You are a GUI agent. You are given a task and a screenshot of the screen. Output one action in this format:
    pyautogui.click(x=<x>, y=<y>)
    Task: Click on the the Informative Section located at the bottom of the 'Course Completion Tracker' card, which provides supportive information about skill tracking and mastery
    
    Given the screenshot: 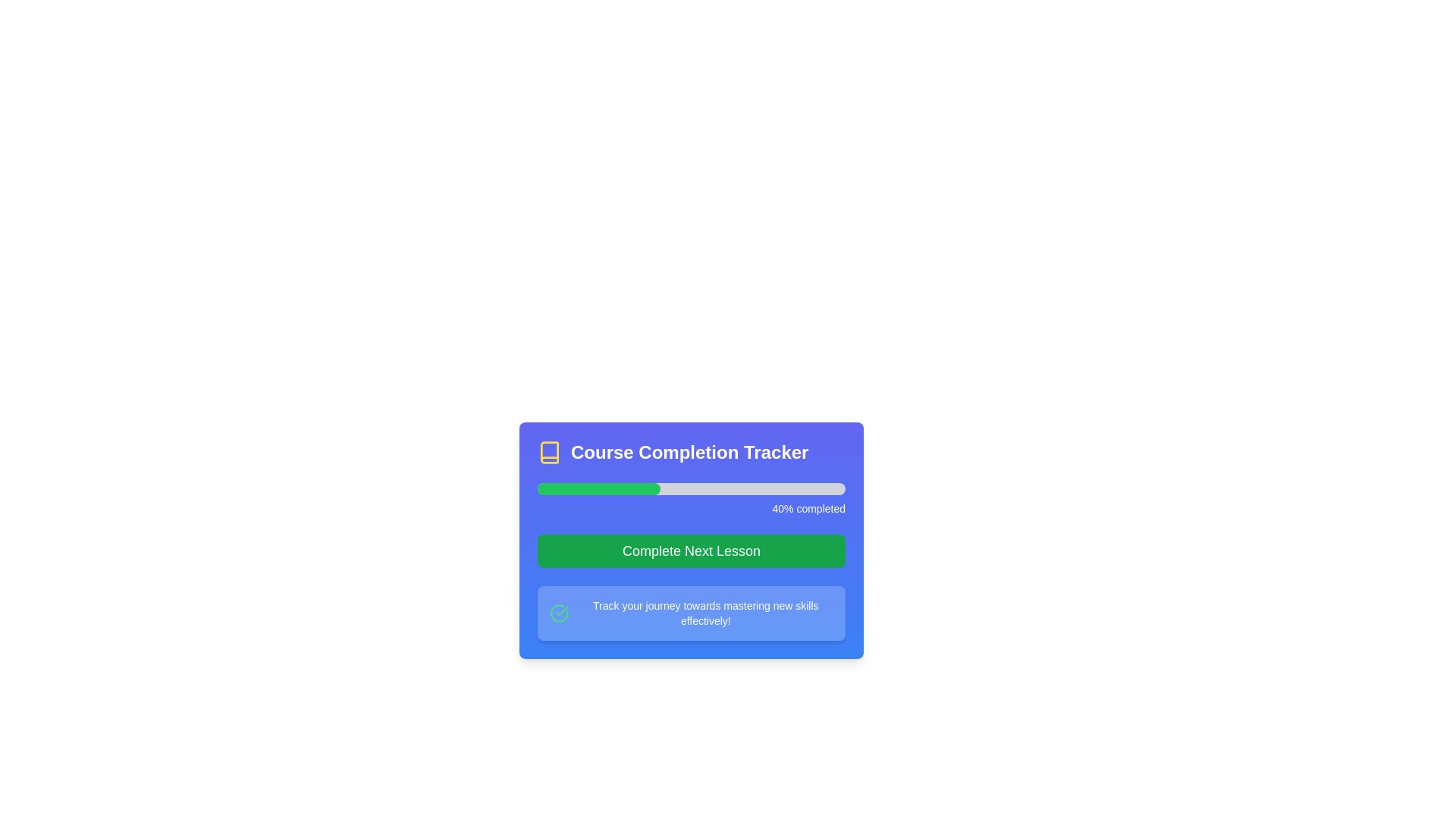 What is the action you would take?
    pyautogui.click(x=691, y=613)
    